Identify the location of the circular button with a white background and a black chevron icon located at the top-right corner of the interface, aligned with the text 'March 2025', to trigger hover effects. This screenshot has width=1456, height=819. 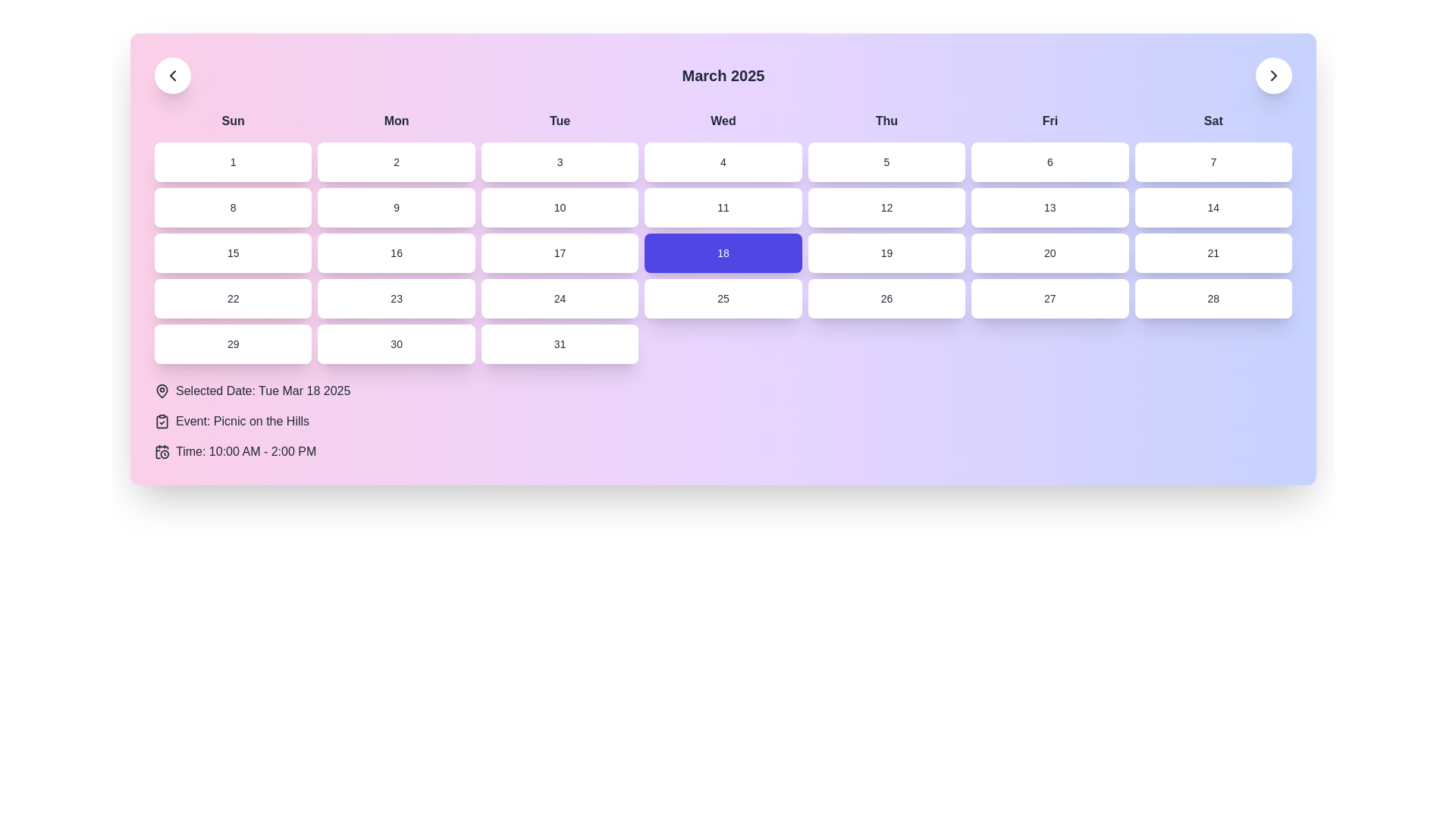
(1274, 76).